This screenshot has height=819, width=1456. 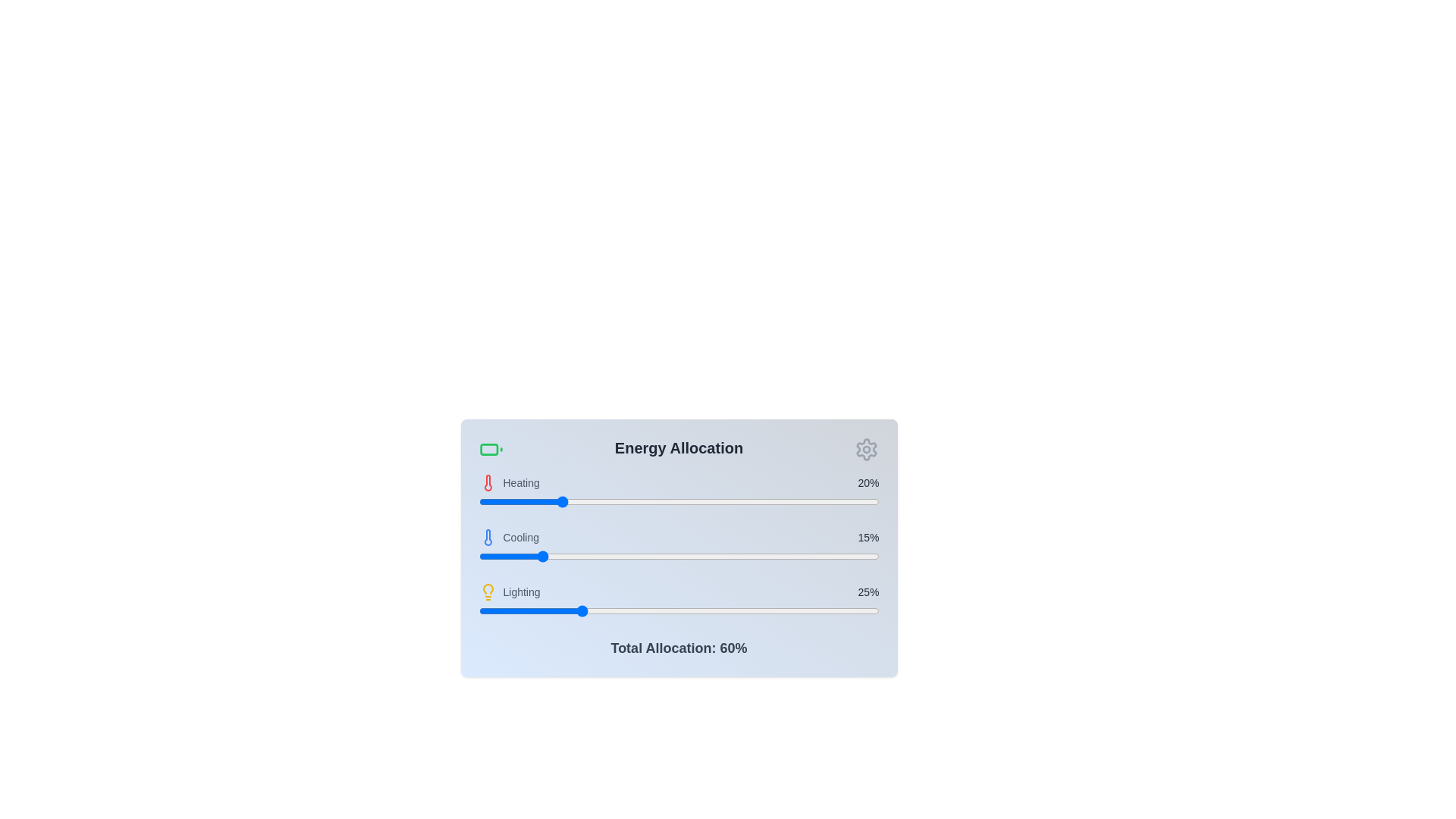 I want to click on the heating allocation slider to 53%, so click(x=690, y=502).